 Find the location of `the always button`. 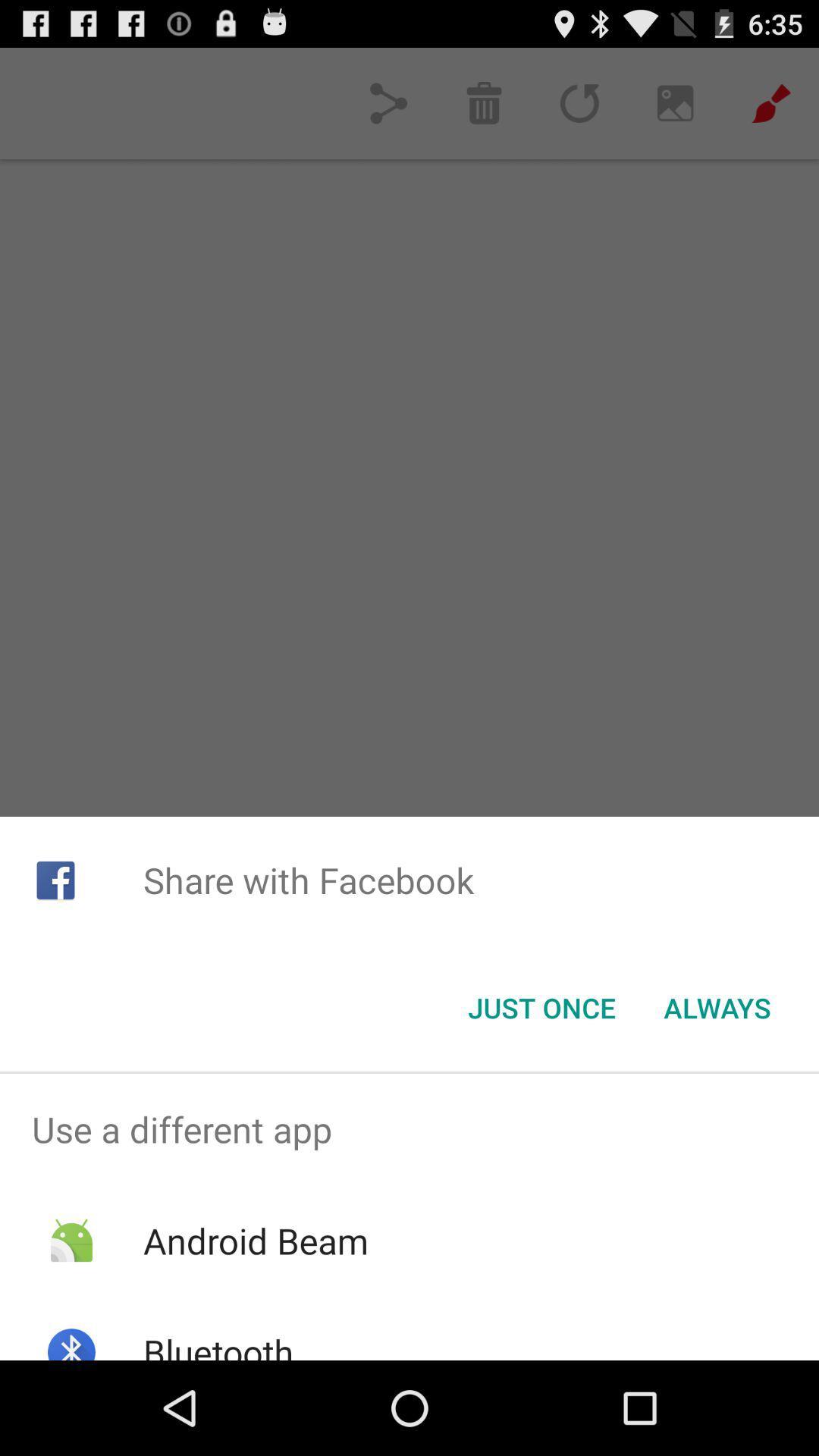

the always button is located at coordinates (717, 1008).